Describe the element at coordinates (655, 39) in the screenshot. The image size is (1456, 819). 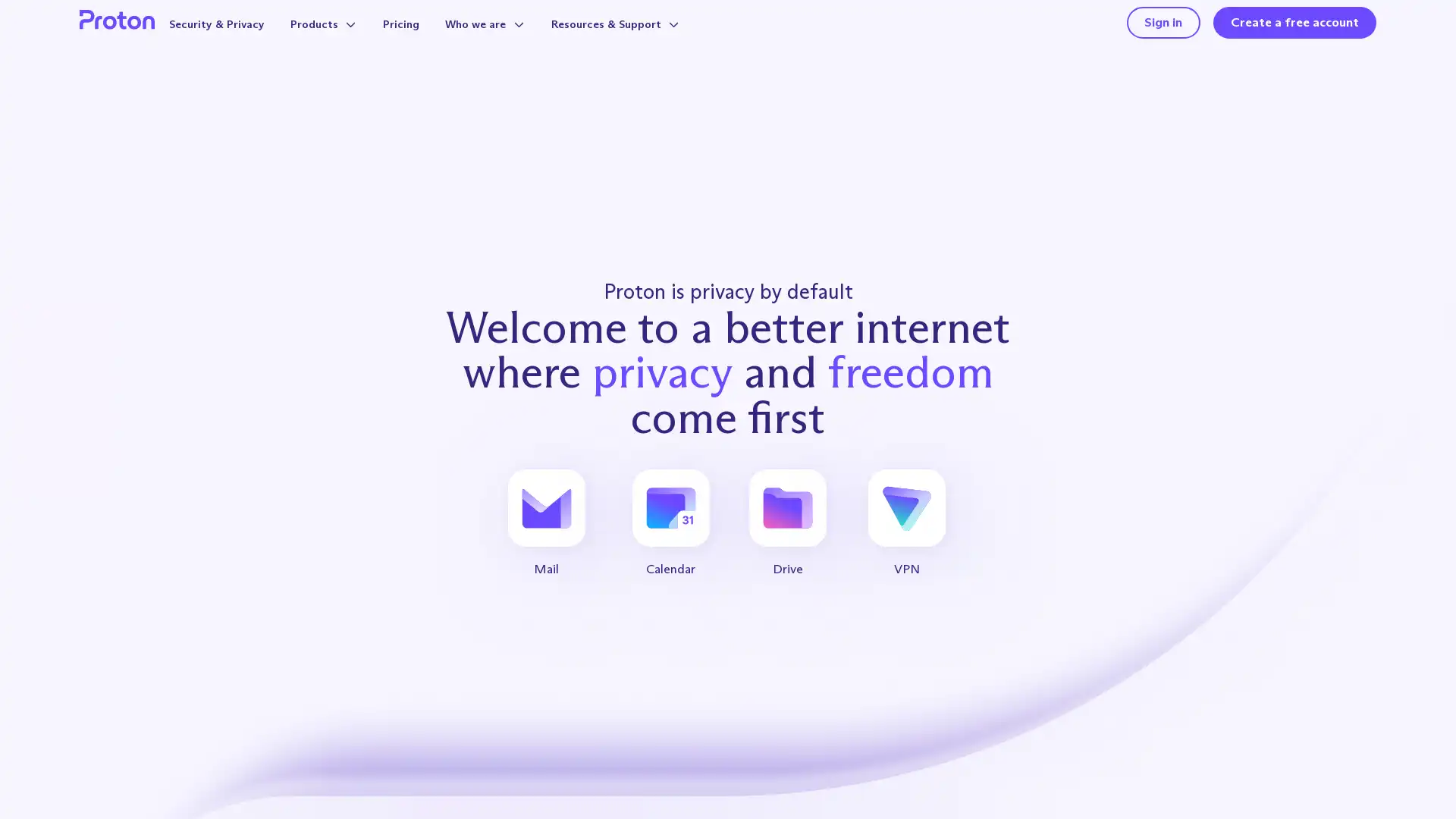
I see `Resources & Support` at that location.